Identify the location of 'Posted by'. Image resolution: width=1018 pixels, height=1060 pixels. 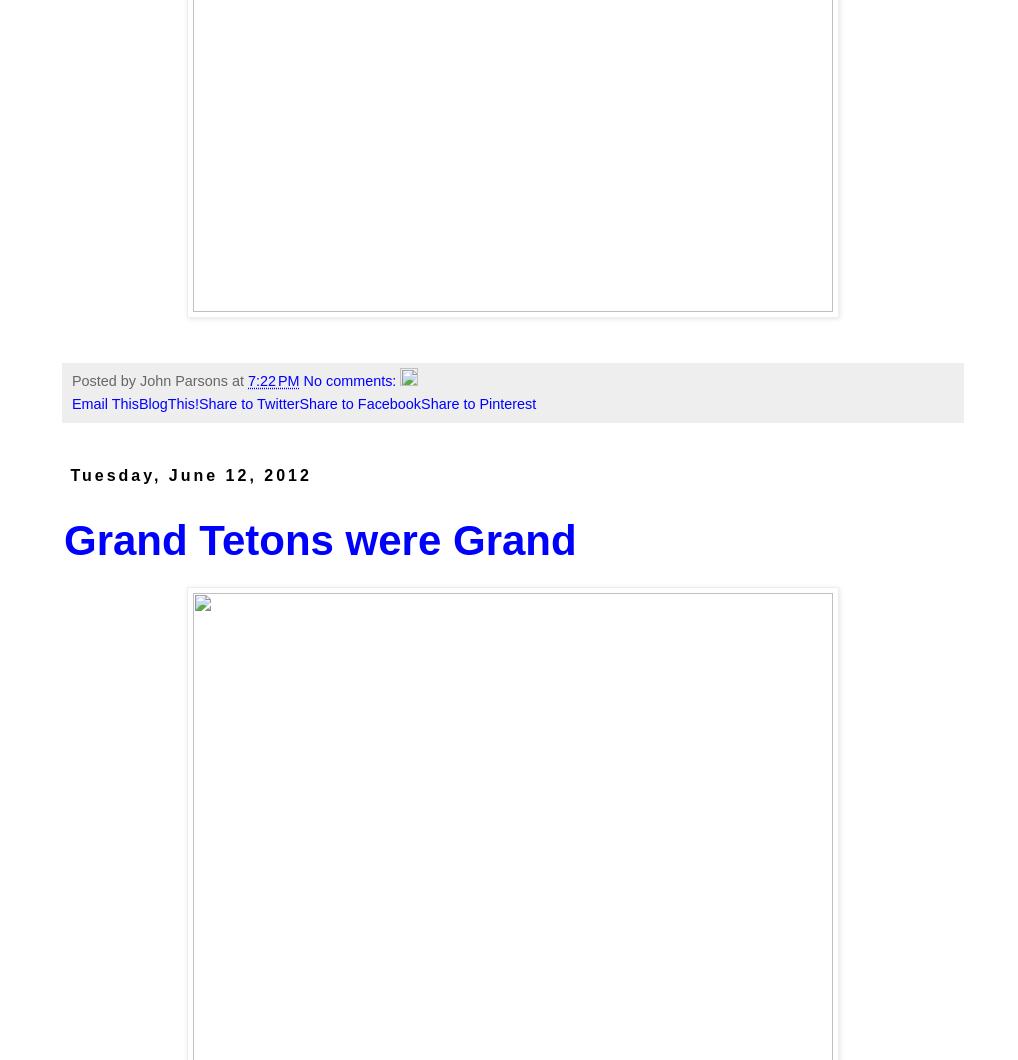
(104, 380).